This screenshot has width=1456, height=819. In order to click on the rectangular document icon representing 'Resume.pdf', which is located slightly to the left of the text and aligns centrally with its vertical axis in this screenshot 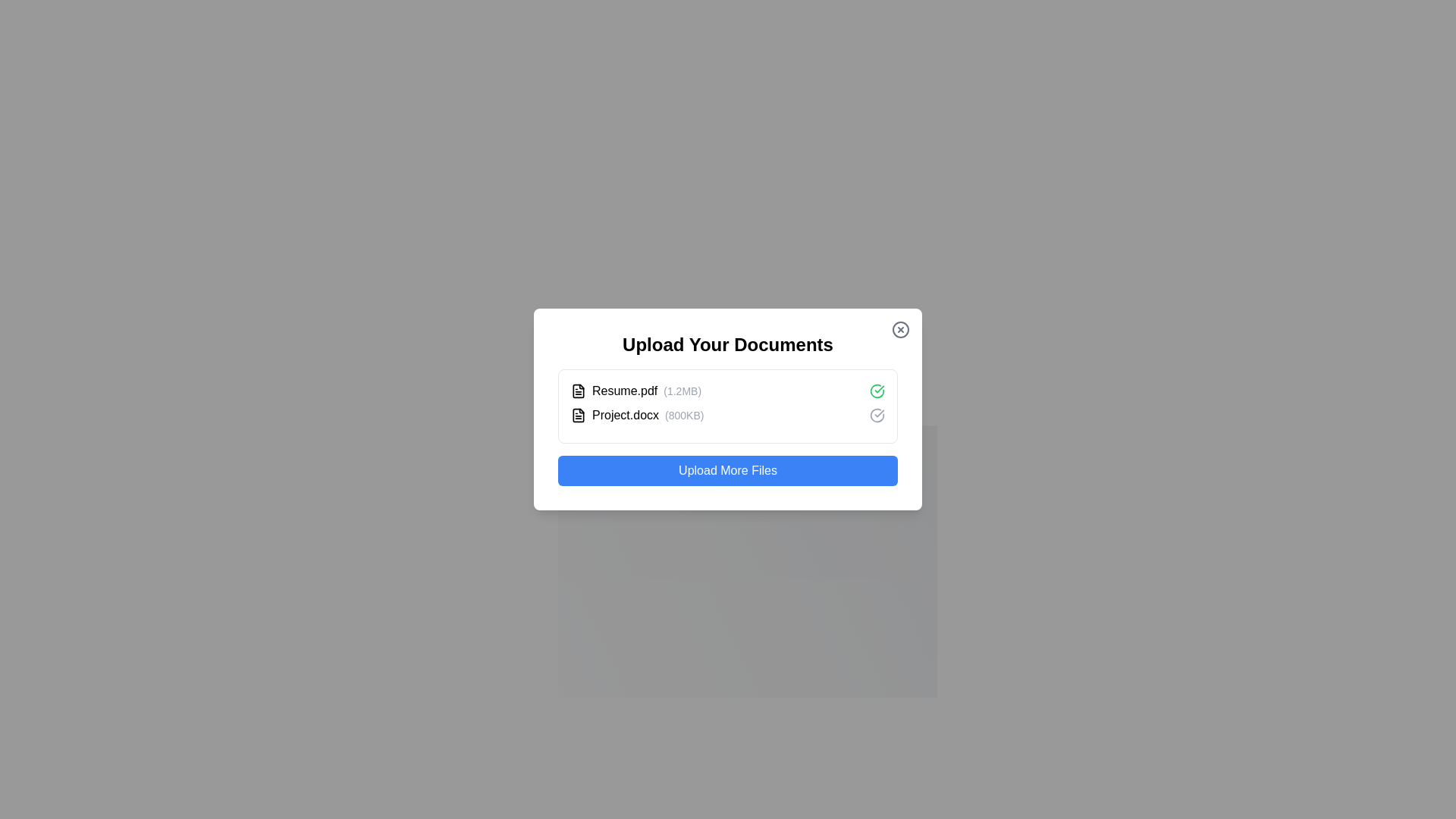, I will do `click(578, 390)`.